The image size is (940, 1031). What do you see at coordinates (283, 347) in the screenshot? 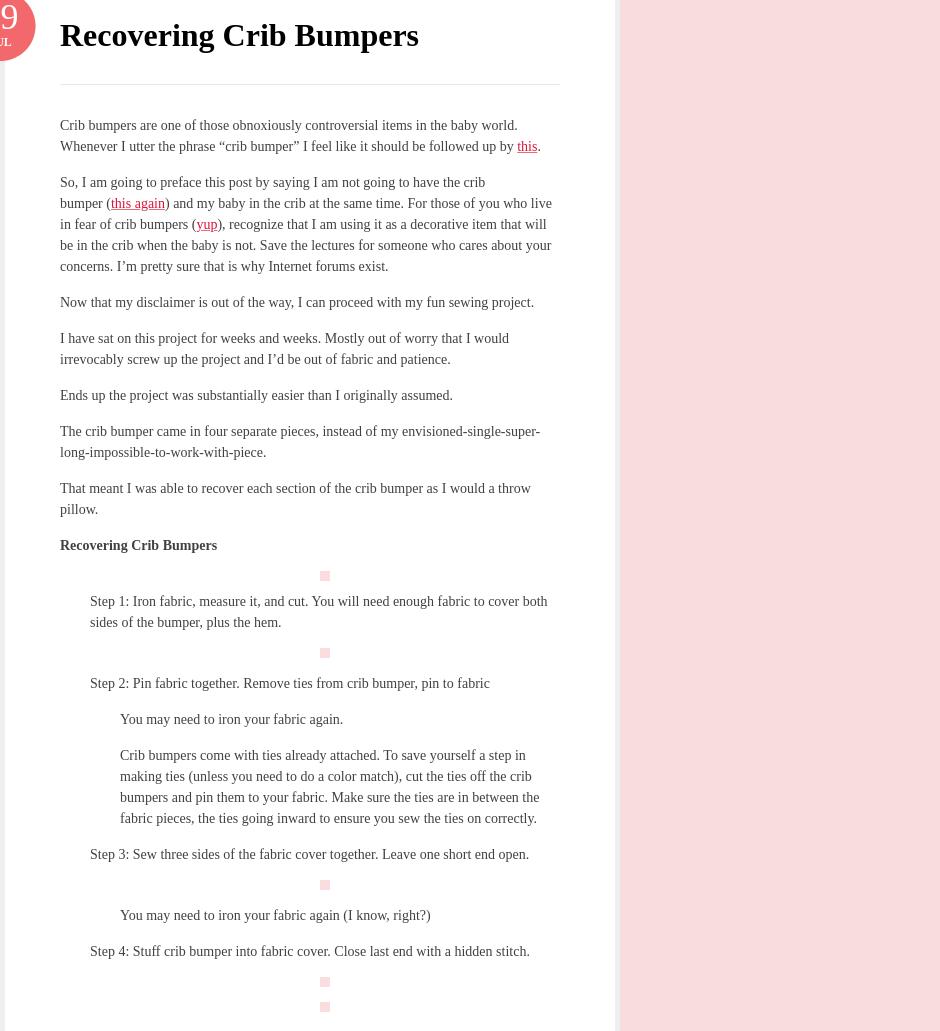
I see `'I have sat on this project for weeks and weeks. Mostly out of worry that I would irrevocably screw up the project and I’d be out of fabric and patience.'` at bounding box center [283, 347].